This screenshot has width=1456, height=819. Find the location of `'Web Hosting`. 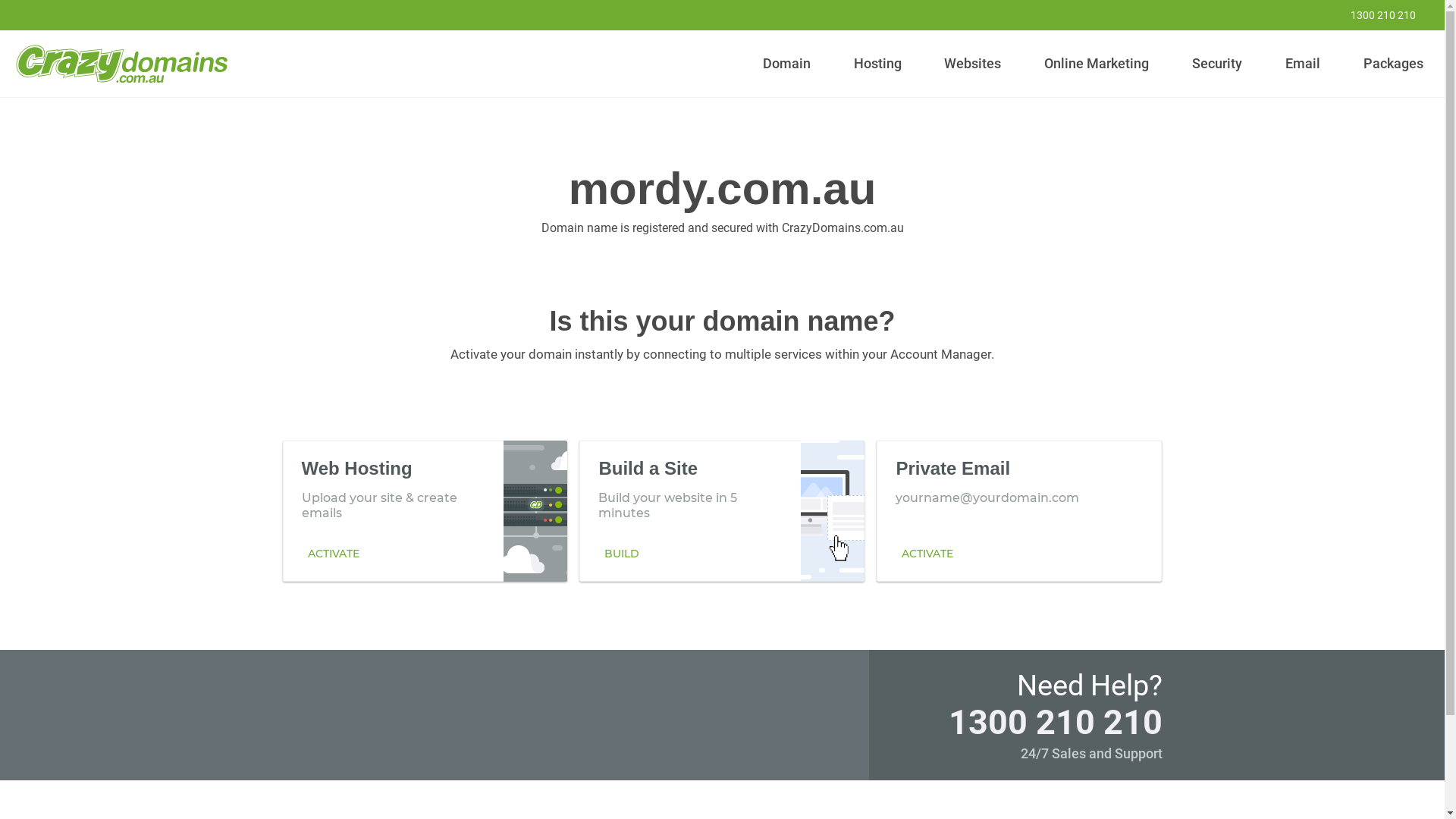

'Web Hosting is located at coordinates (425, 510).